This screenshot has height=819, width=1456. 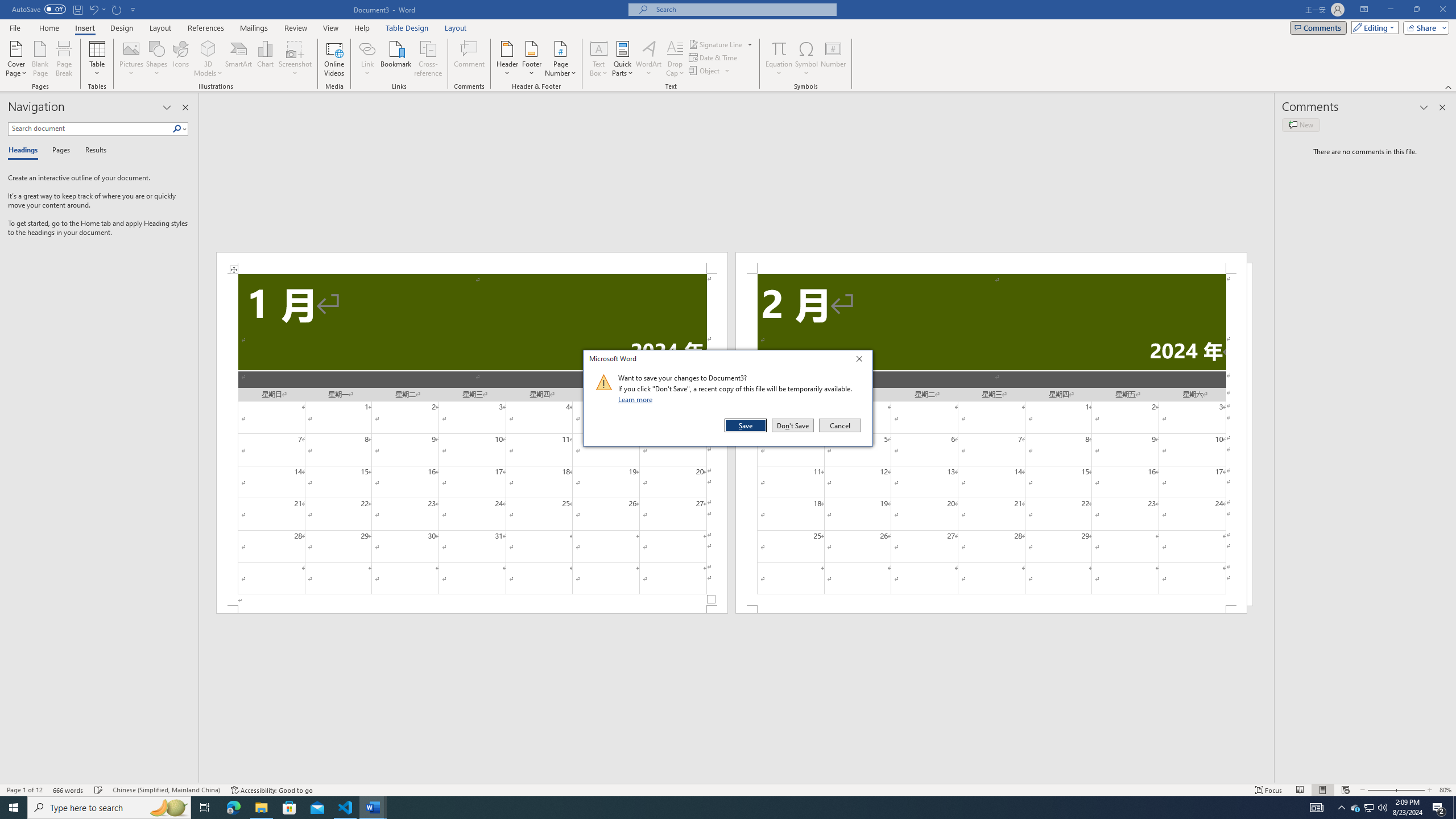 What do you see at coordinates (99, 790) in the screenshot?
I see `'Spelling and Grammar Check Checking'` at bounding box center [99, 790].